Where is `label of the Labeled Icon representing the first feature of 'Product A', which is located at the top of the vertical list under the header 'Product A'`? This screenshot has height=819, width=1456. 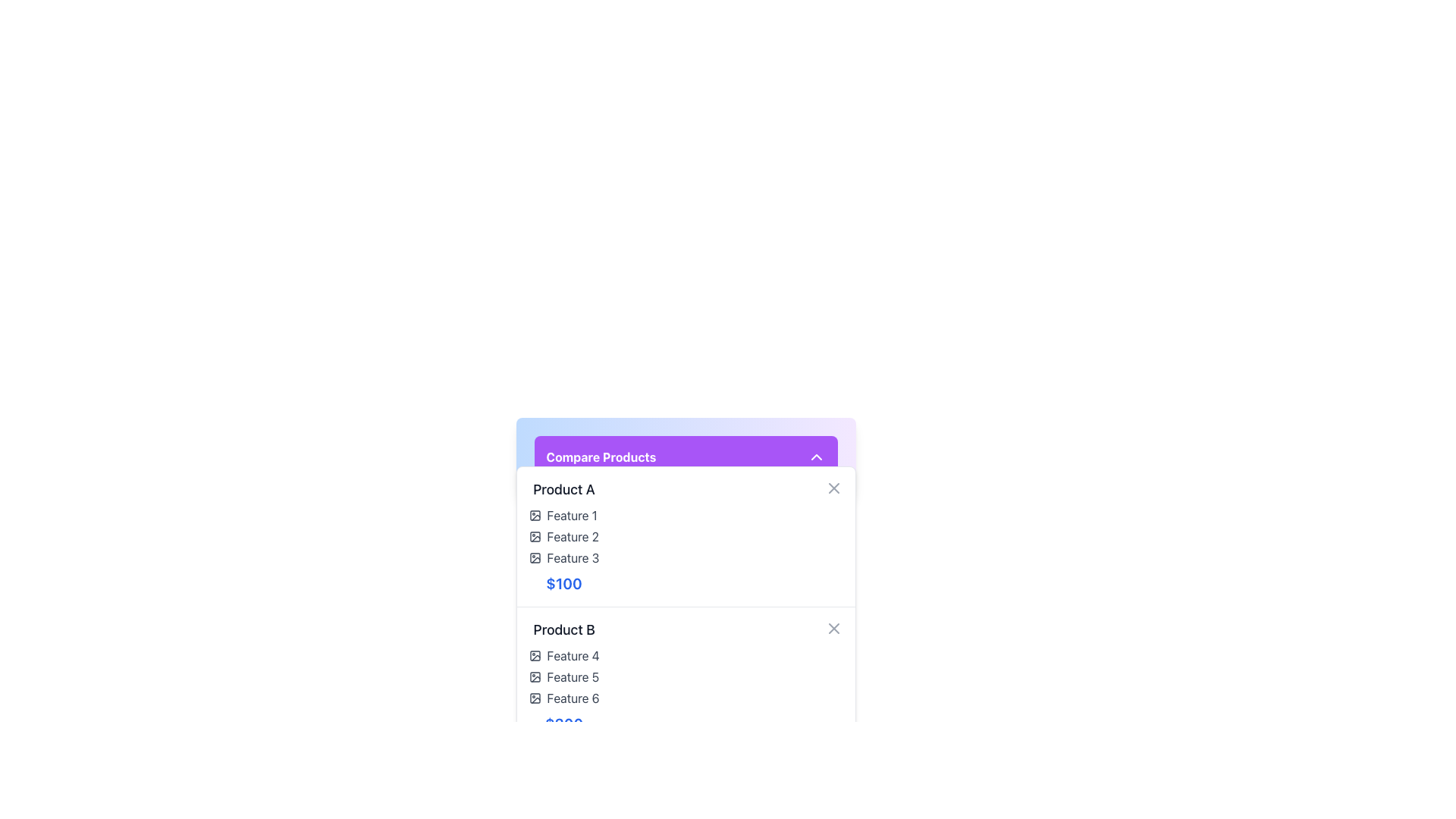 label of the Labeled Icon representing the first feature of 'Product A', which is located at the top of the vertical list under the header 'Product A' is located at coordinates (563, 514).